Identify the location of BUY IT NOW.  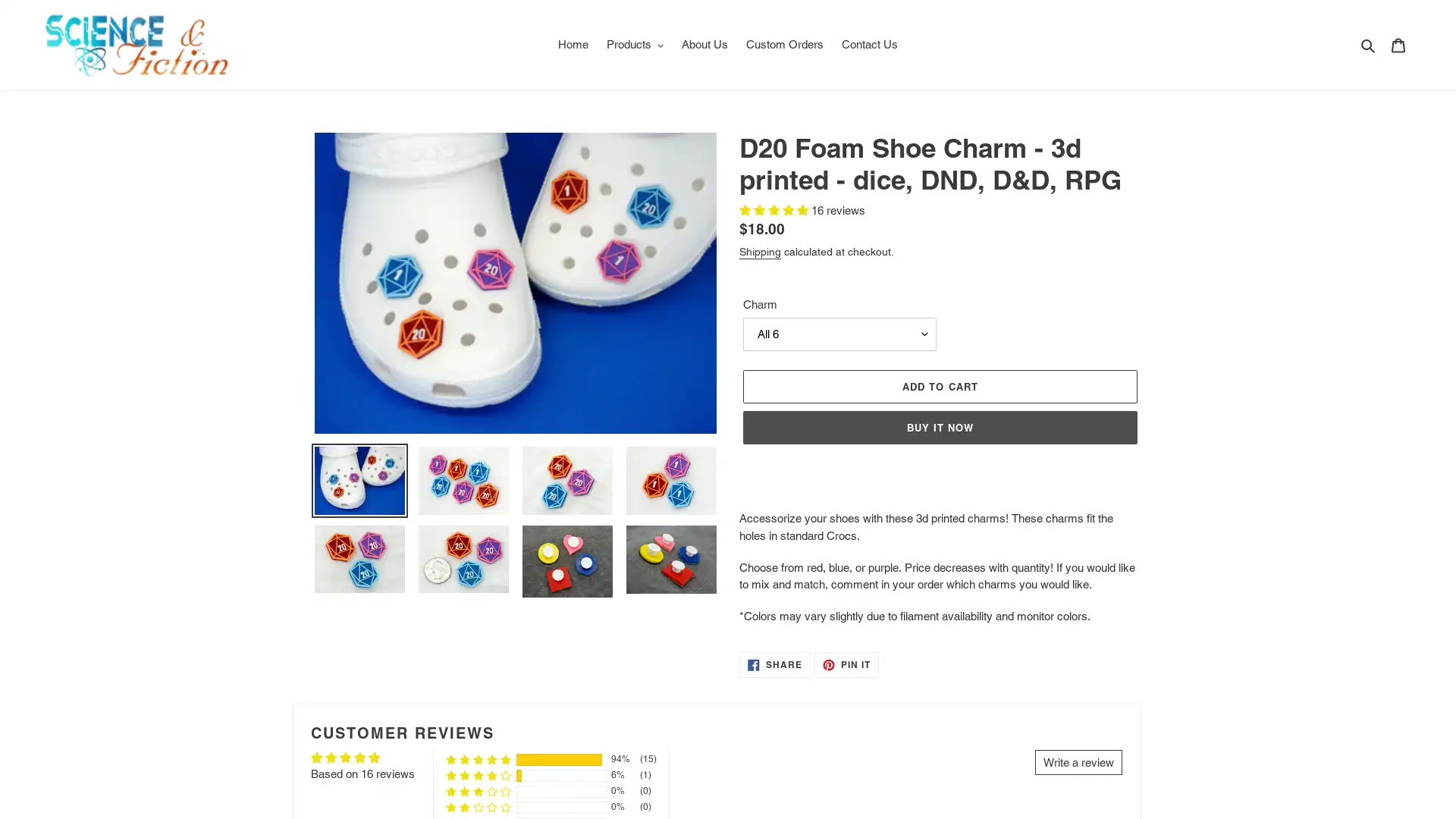
(939, 427).